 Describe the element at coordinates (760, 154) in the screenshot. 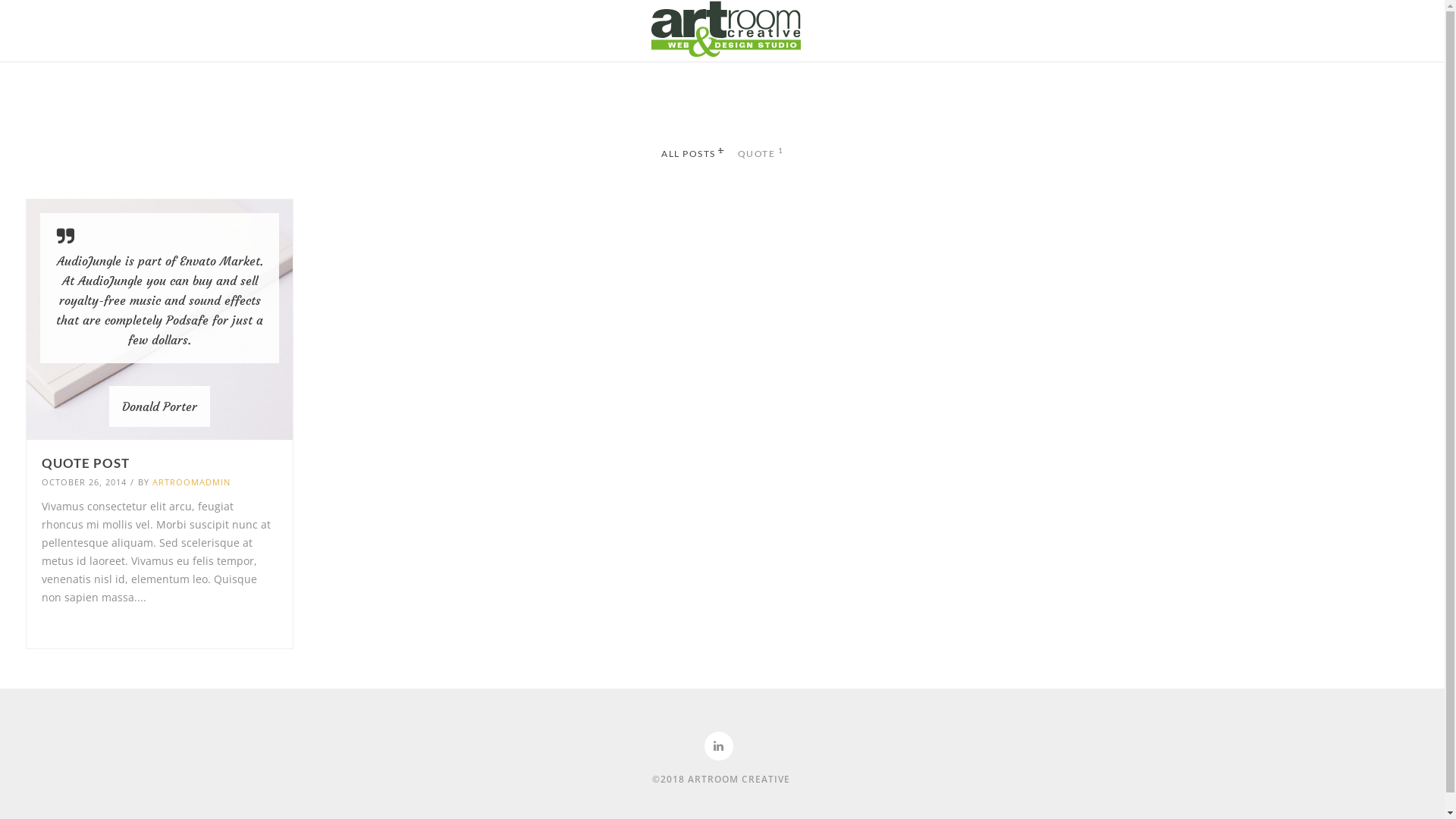

I see `'QUOTE 1'` at that location.